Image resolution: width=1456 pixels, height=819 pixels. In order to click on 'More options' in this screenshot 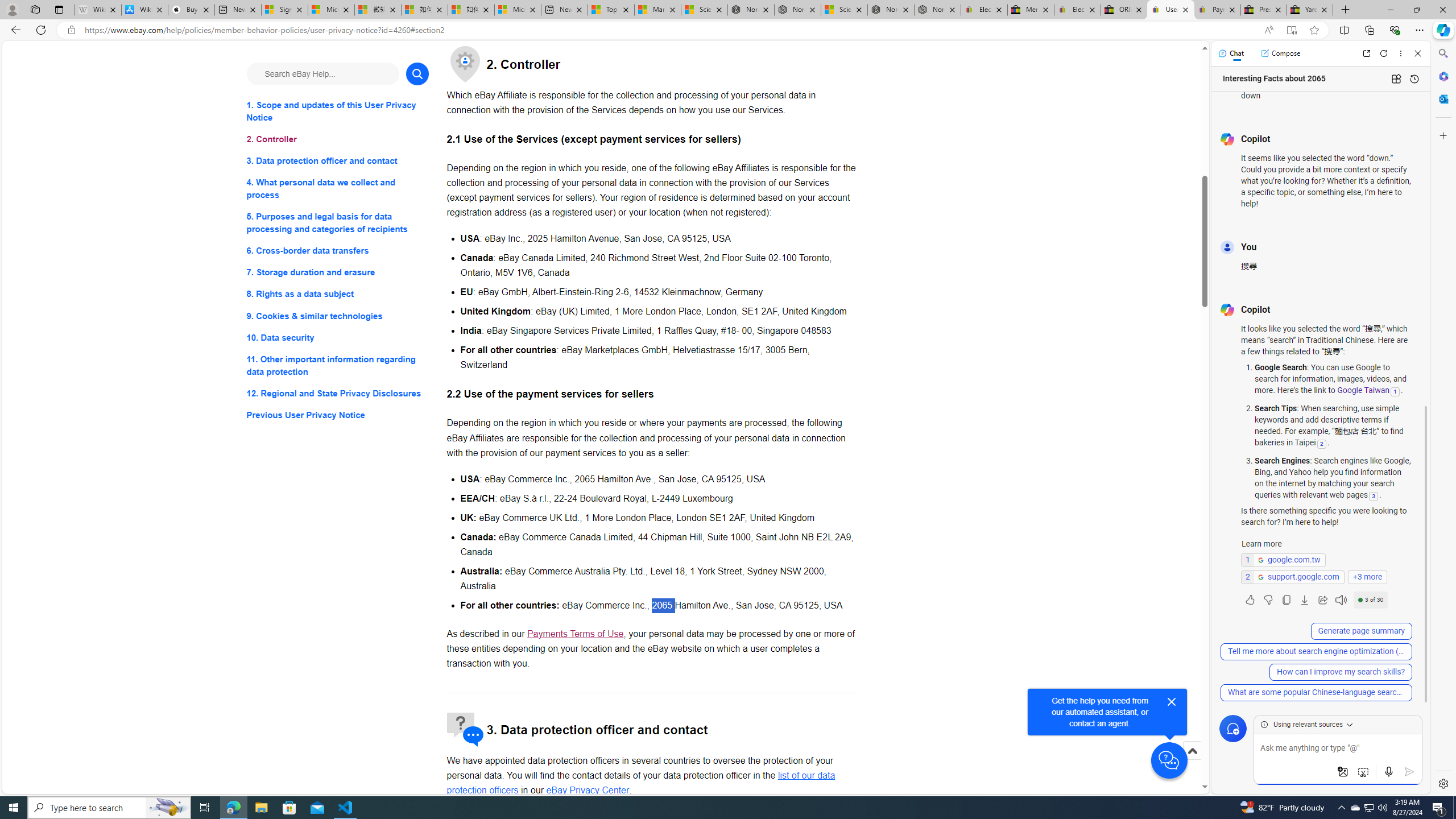, I will do `click(1401, 53)`.